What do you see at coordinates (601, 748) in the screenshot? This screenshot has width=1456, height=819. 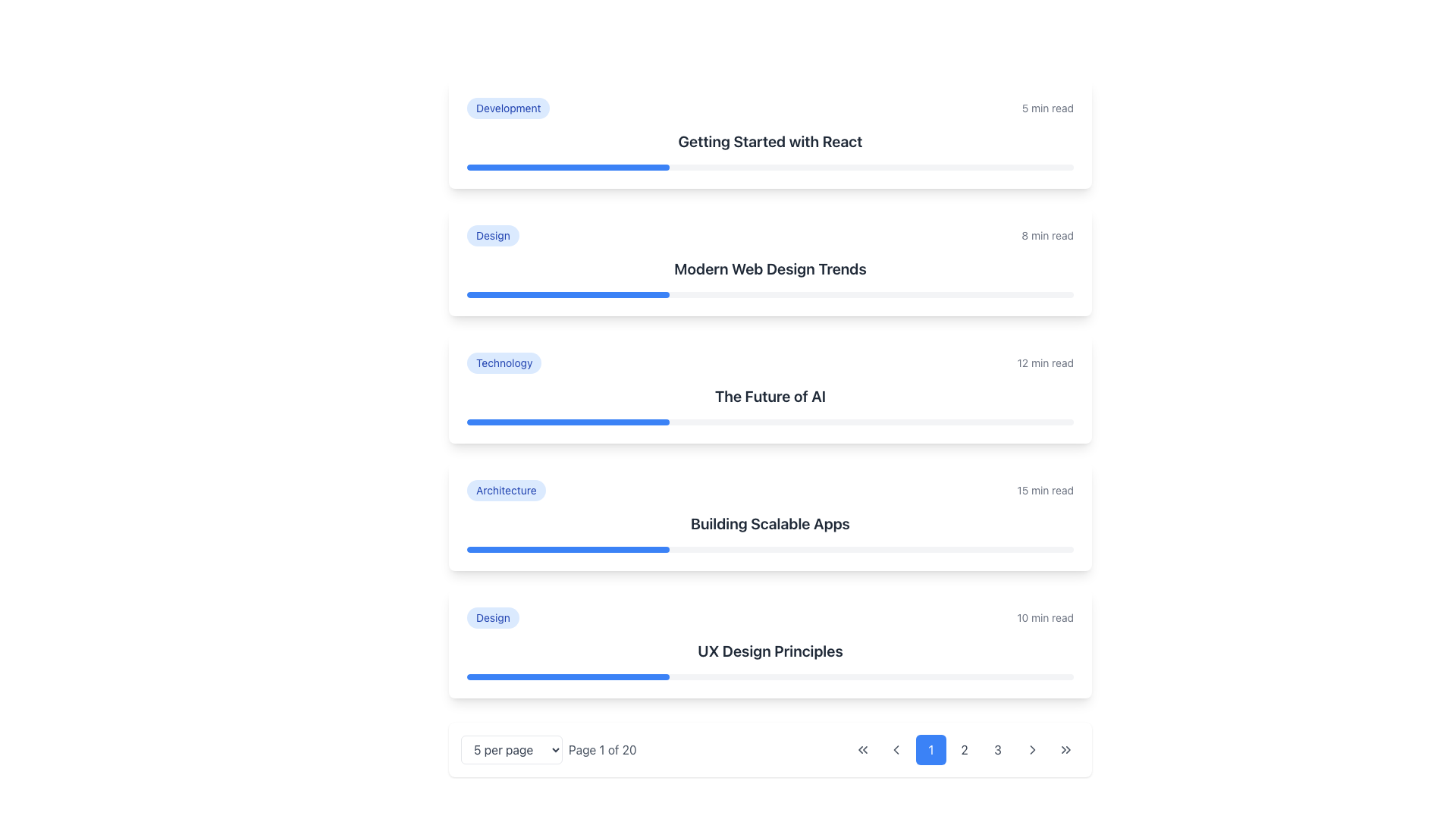 I see `the text label displaying the current page number and total pages, located at the bottom center of the interface, right of the '5 per page' dropdown and left of the navigation arrows` at bounding box center [601, 748].